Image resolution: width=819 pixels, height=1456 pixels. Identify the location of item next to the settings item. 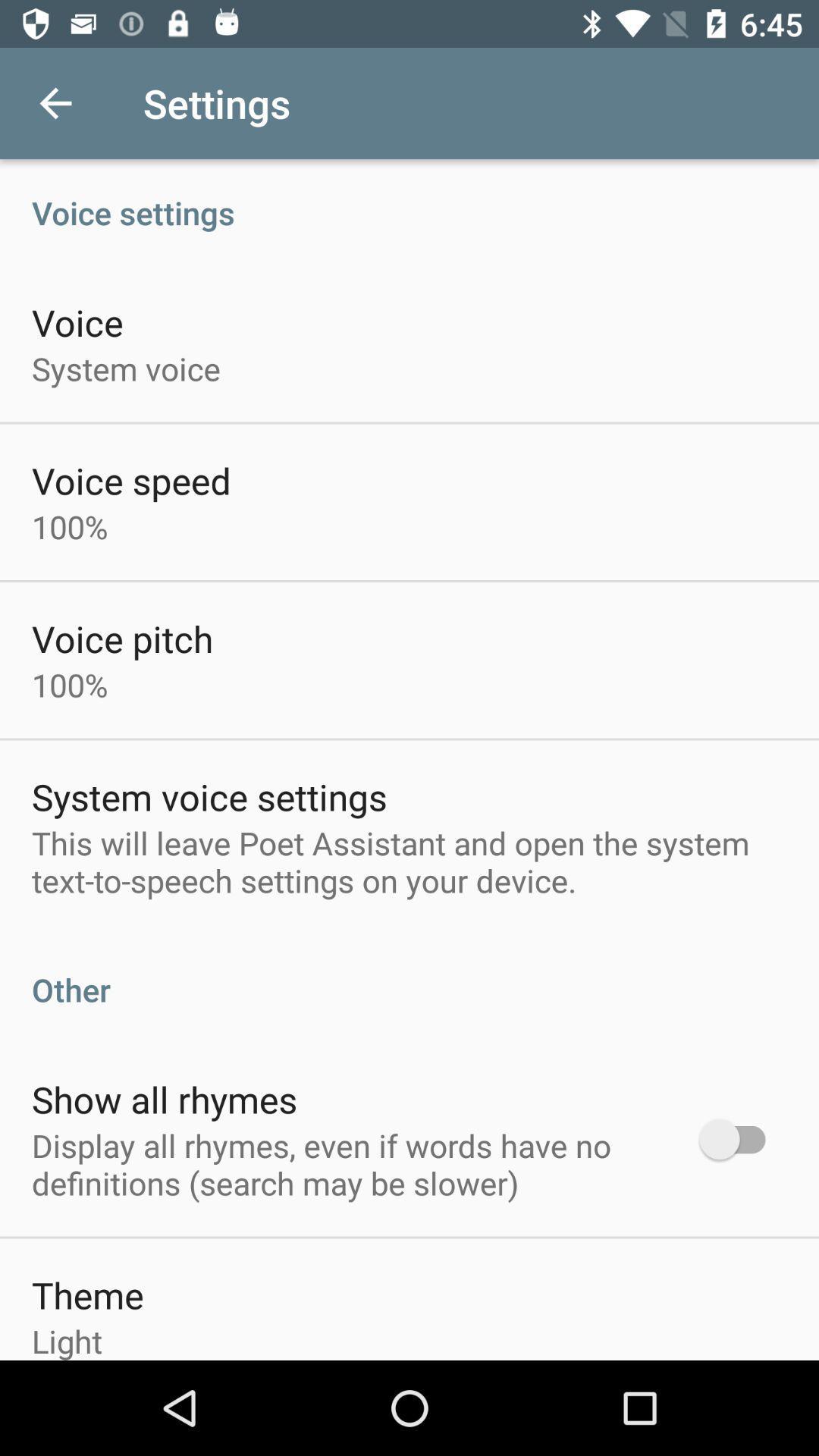
(55, 102).